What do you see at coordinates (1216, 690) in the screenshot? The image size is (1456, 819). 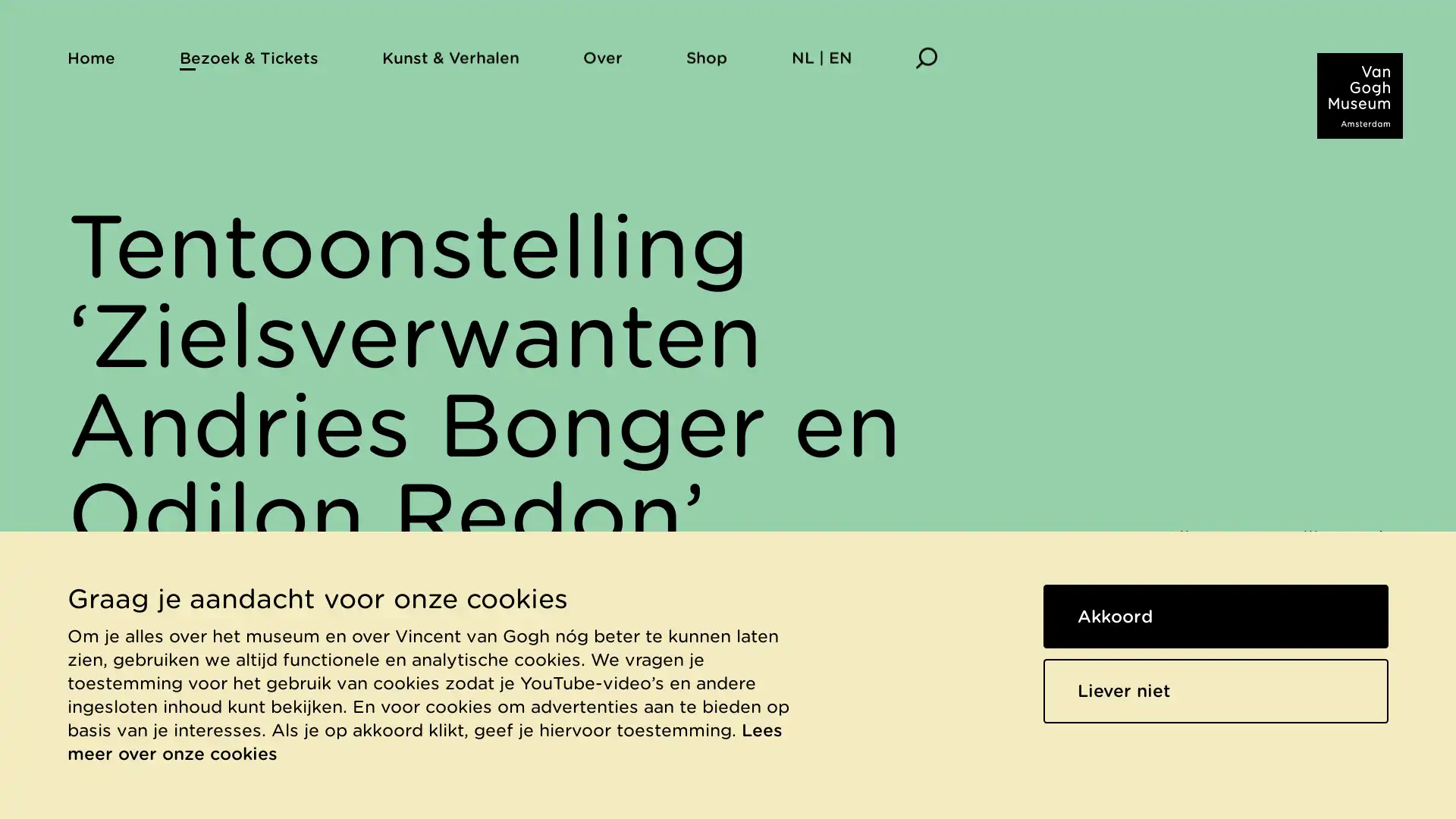 I see `Liever niet` at bounding box center [1216, 690].